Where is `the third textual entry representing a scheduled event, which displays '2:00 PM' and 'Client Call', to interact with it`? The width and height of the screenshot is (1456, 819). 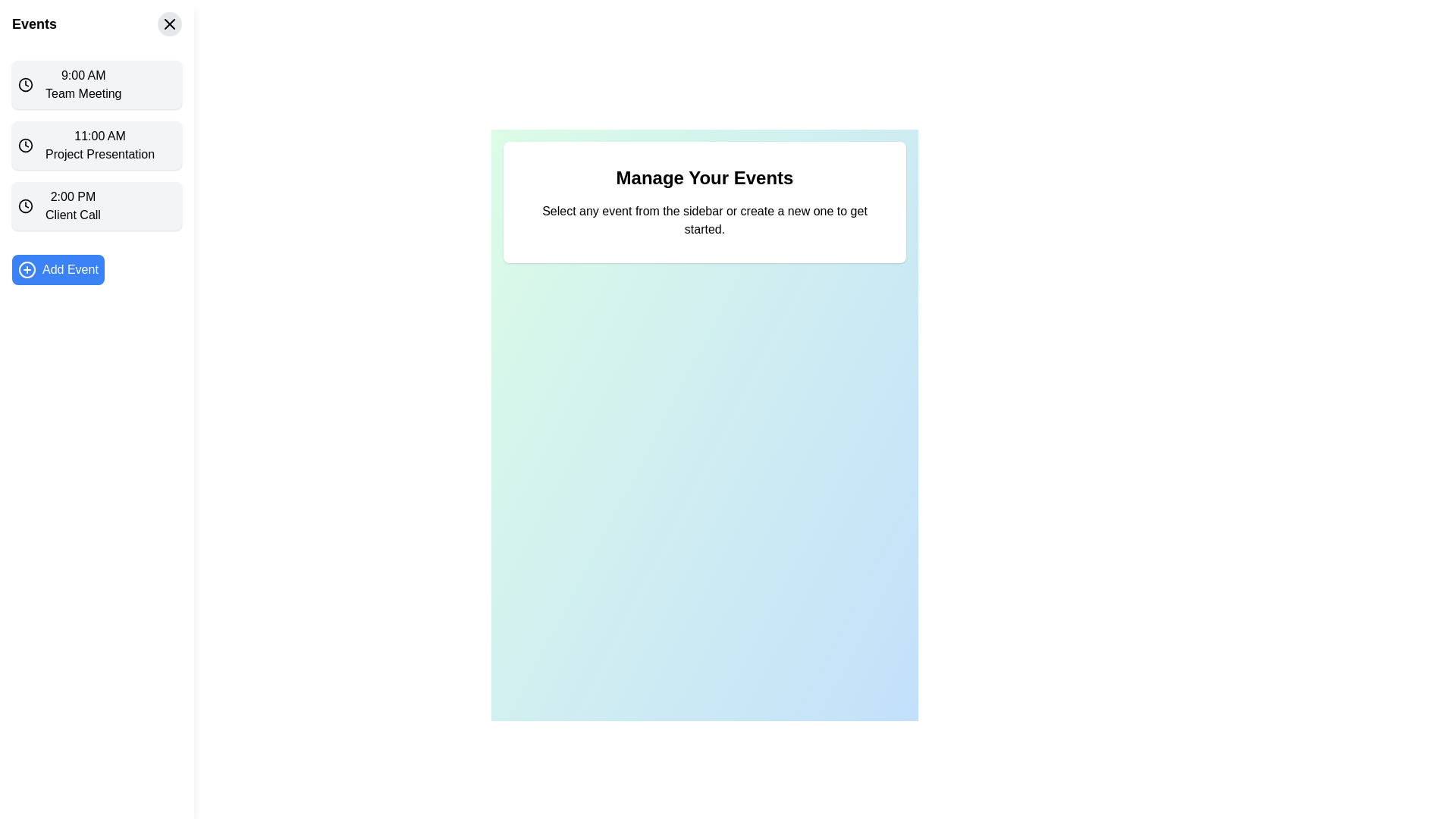 the third textual entry representing a scheduled event, which displays '2:00 PM' and 'Client Call', to interact with it is located at coordinates (72, 206).